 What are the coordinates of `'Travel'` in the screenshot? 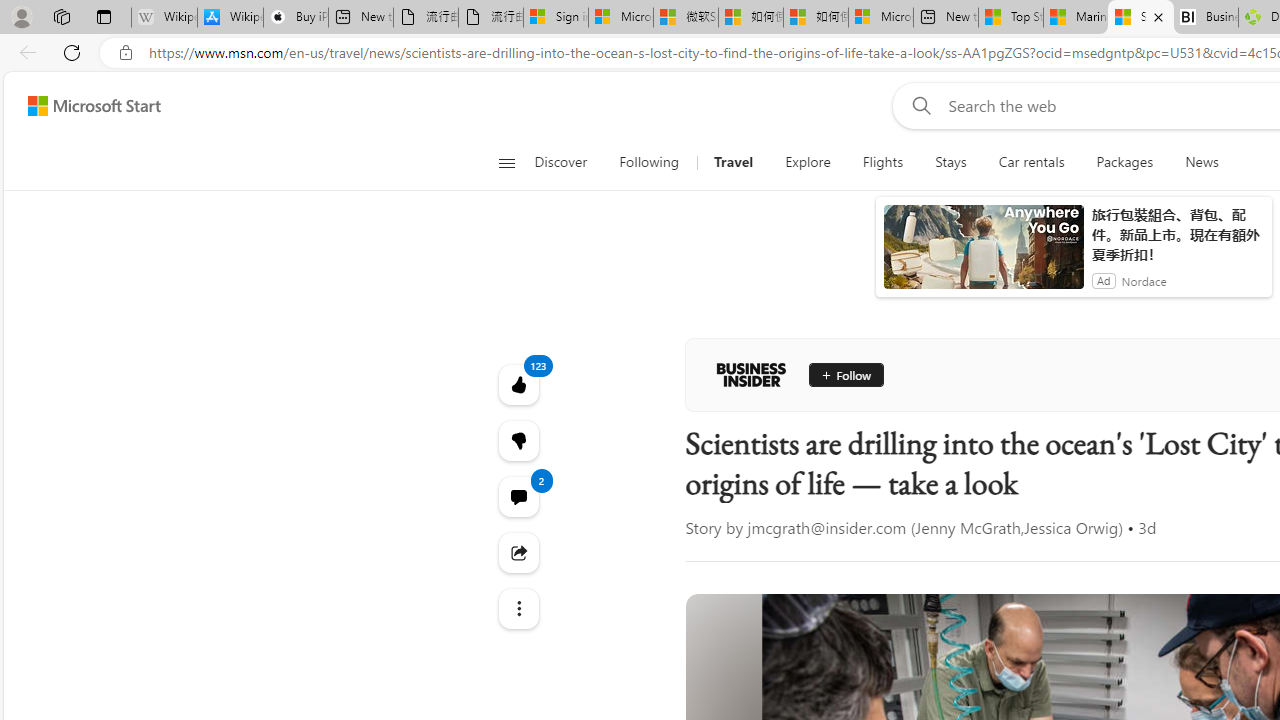 It's located at (732, 162).